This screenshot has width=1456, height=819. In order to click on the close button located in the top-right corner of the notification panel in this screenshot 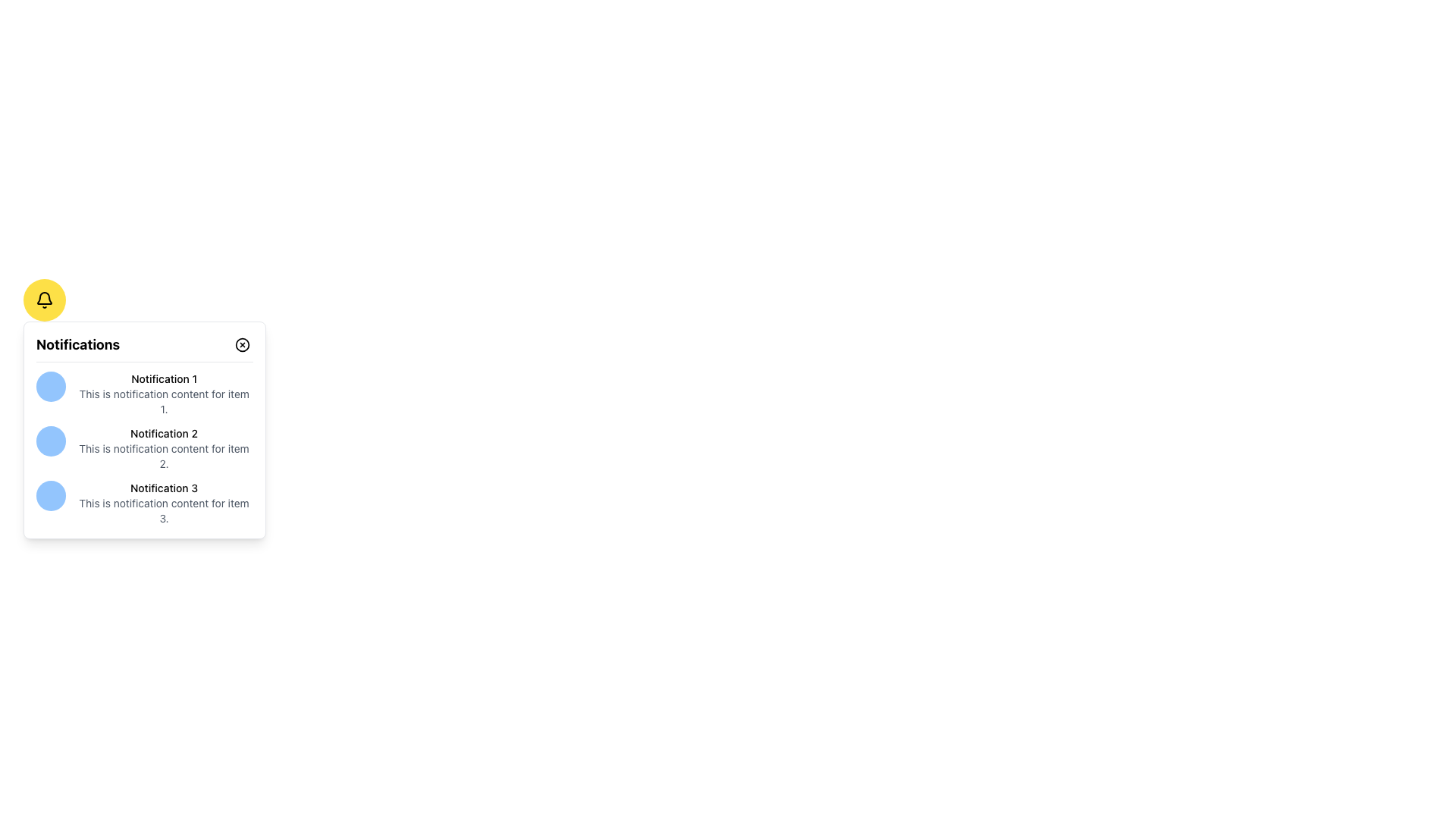, I will do `click(243, 345)`.